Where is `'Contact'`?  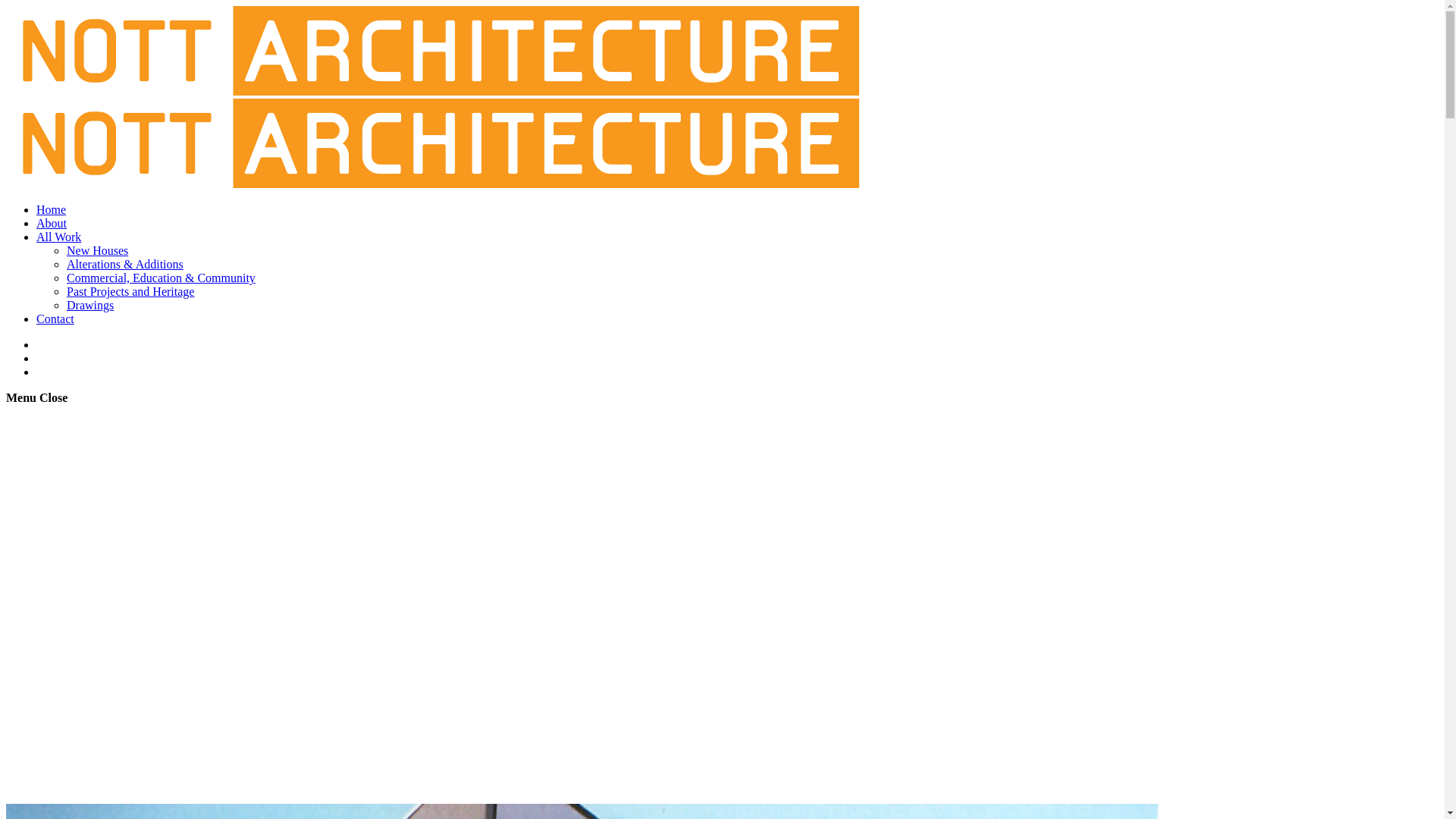
'Contact' is located at coordinates (55, 318).